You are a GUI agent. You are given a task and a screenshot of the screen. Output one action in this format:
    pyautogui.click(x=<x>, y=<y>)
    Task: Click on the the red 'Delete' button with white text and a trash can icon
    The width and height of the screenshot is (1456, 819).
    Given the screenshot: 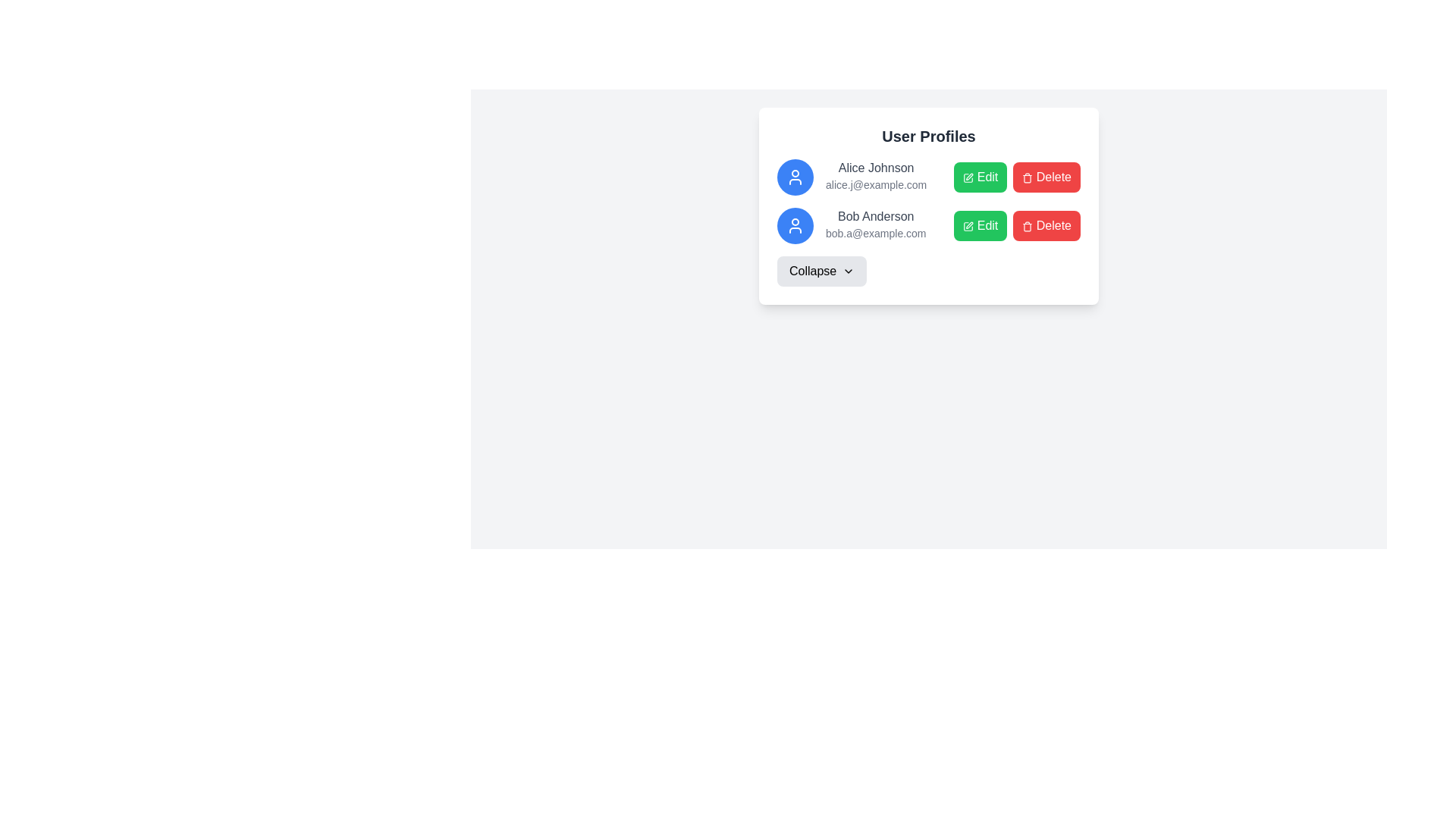 What is the action you would take?
    pyautogui.click(x=1046, y=177)
    